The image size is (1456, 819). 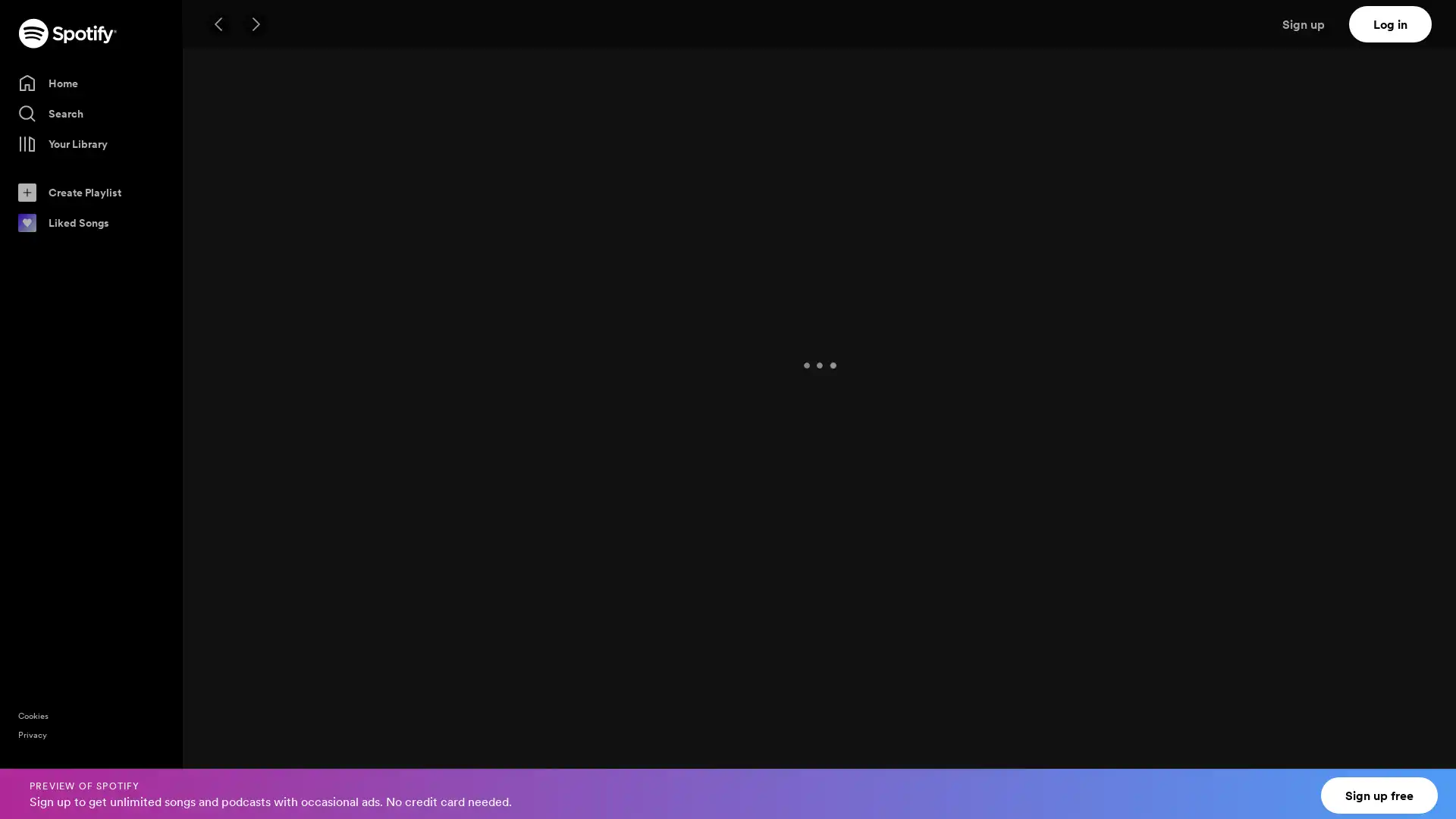 I want to click on Play Muddy Mudd, so click(x=306, y=724).